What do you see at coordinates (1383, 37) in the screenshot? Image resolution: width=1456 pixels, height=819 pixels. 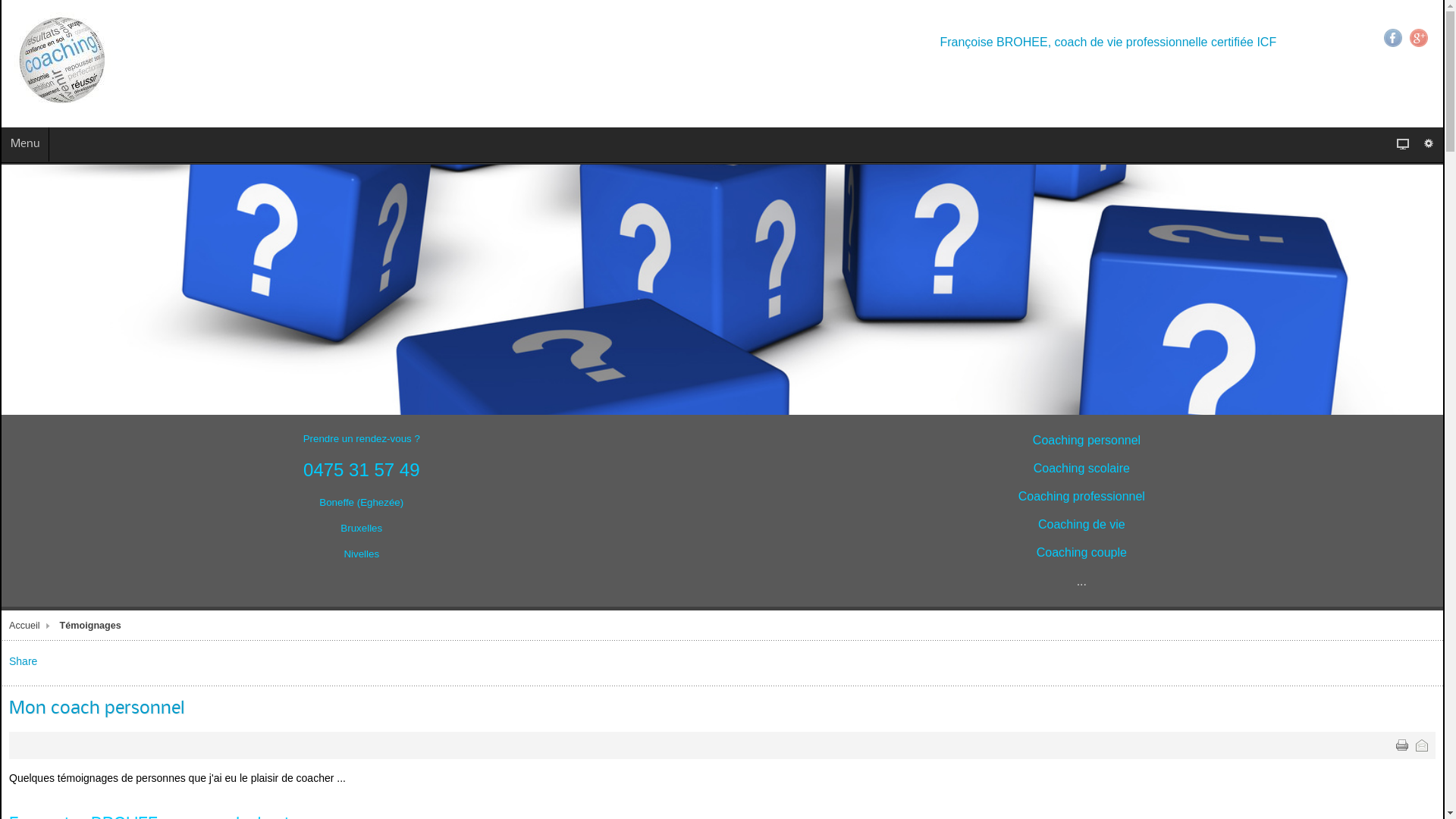 I see `'Facebook'` at bounding box center [1383, 37].